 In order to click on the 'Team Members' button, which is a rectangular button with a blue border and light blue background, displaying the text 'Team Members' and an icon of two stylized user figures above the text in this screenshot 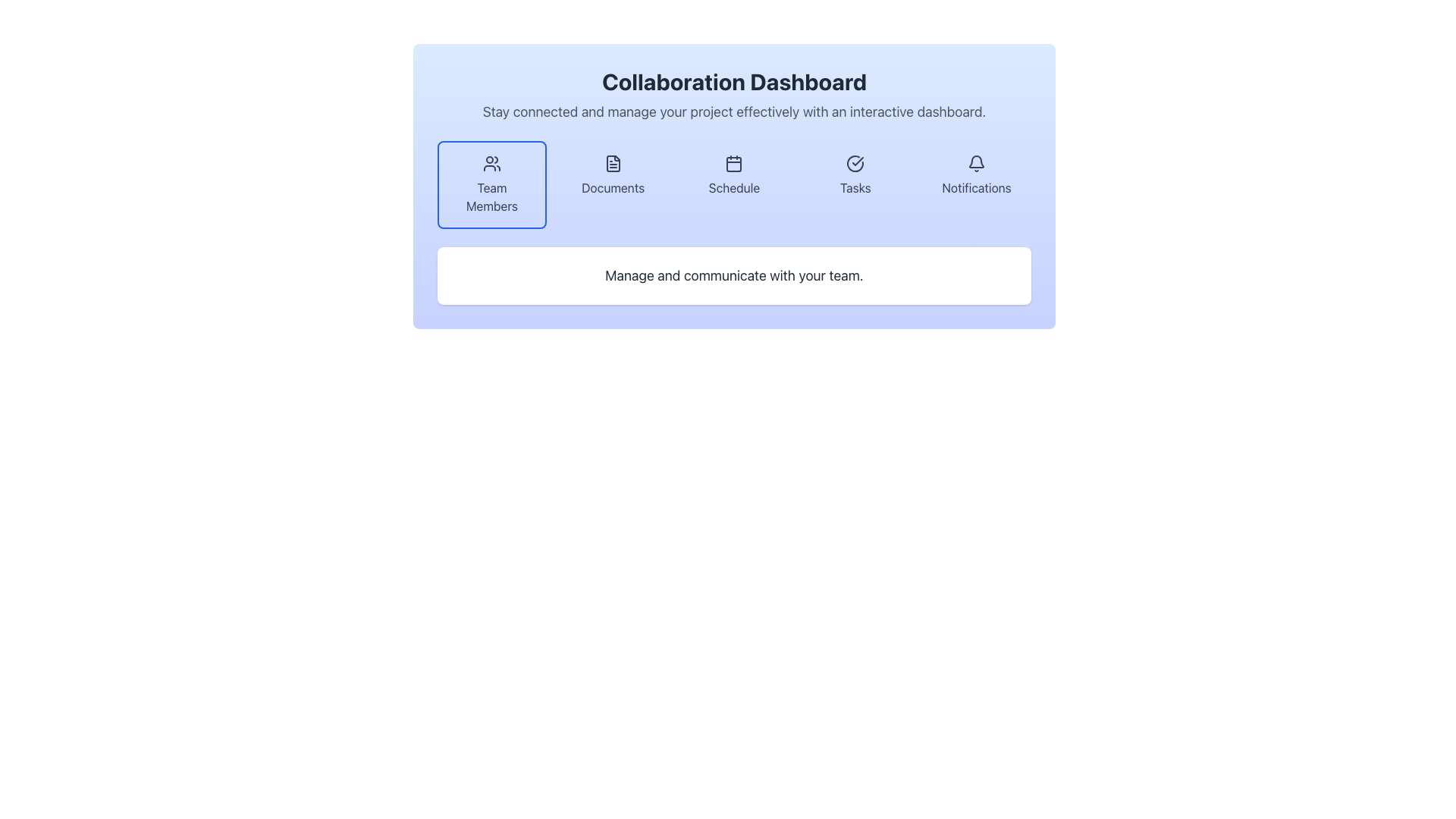, I will do `click(491, 184)`.